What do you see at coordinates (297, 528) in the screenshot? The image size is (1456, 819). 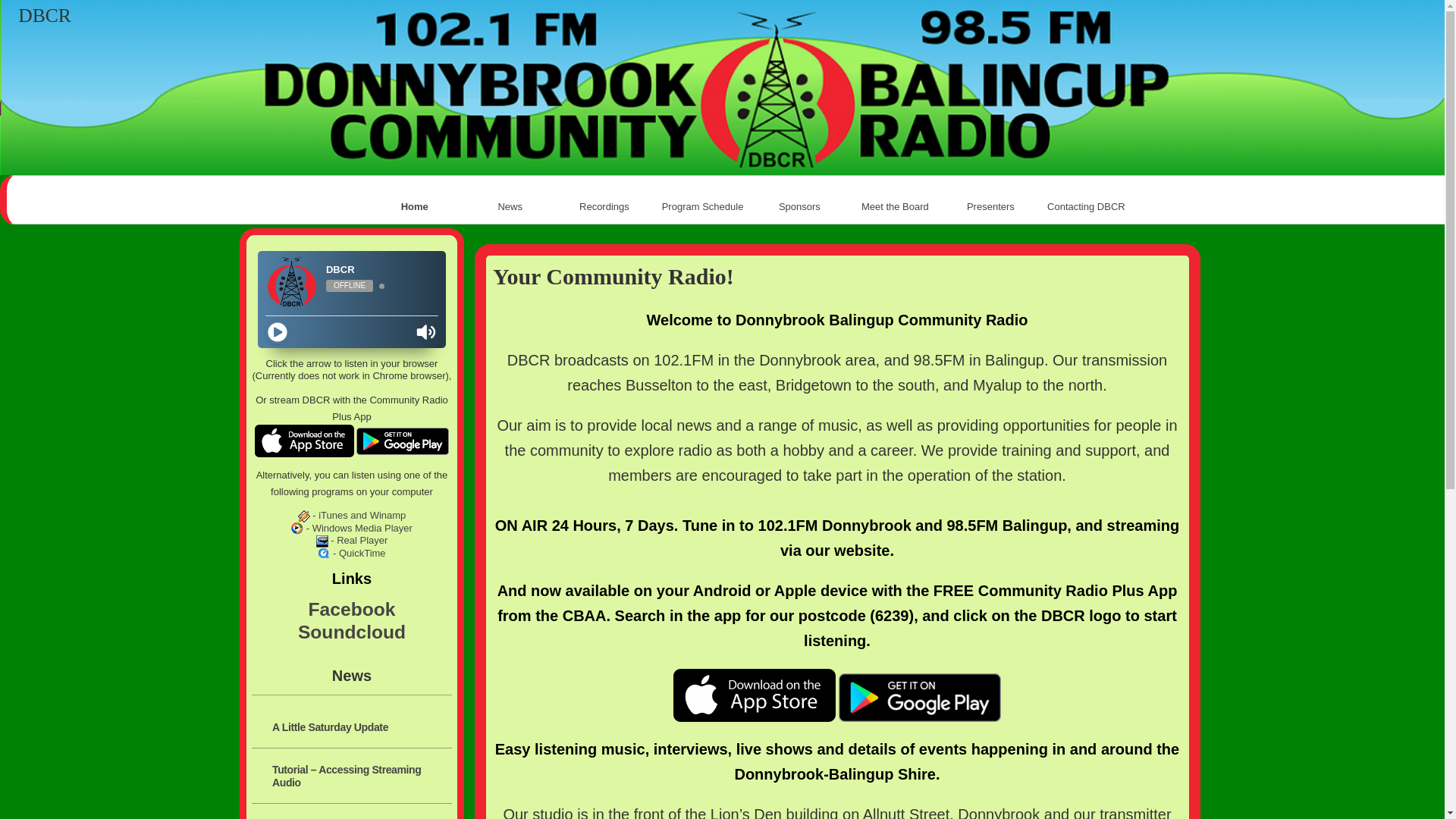 I see `'Windows Media Player'` at bounding box center [297, 528].